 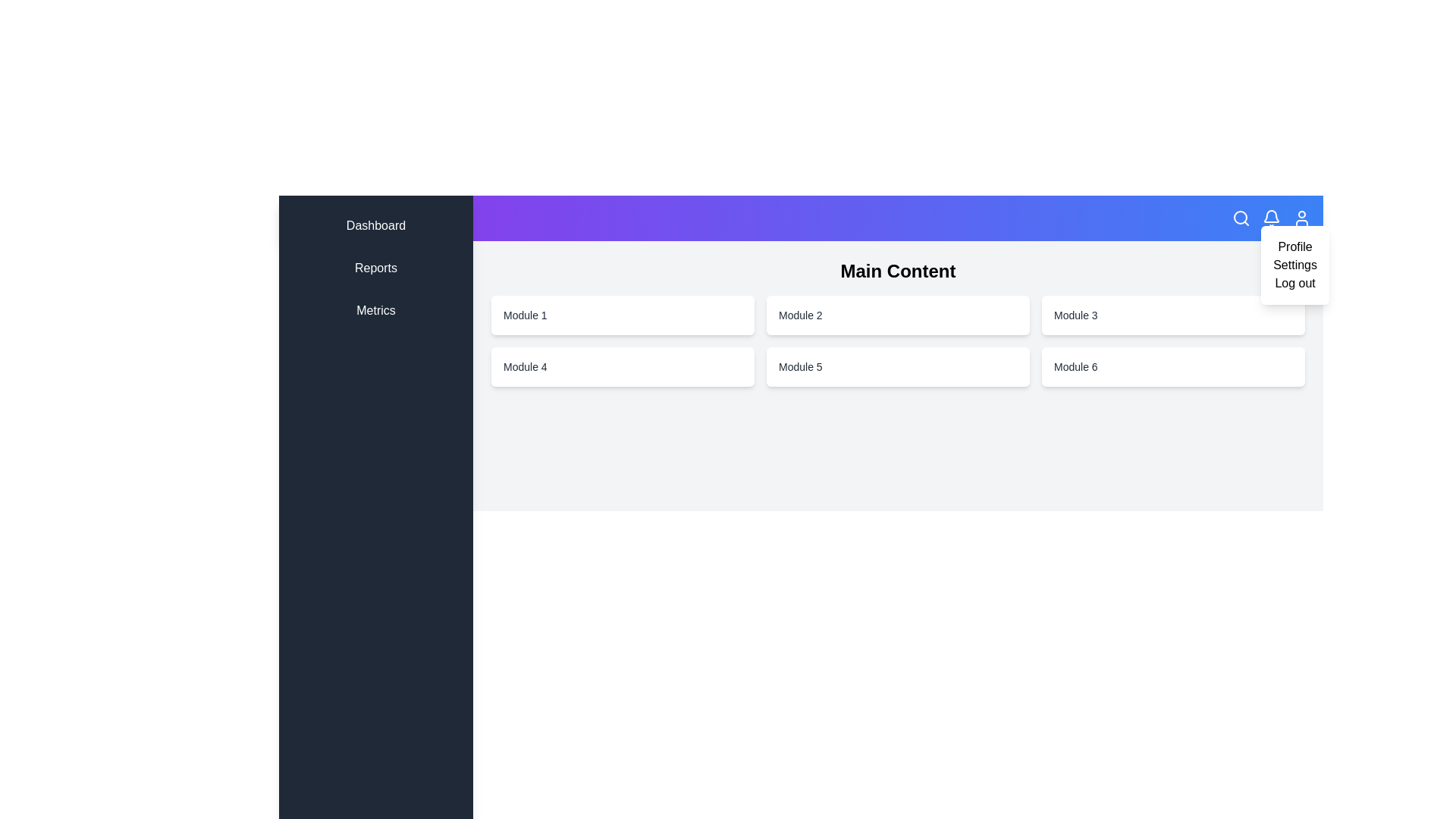 What do you see at coordinates (623, 366) in the screenshot?
I see `the 'Module 4' card located in the second row and first column of the grid layout` at bounding box center [623, 366].